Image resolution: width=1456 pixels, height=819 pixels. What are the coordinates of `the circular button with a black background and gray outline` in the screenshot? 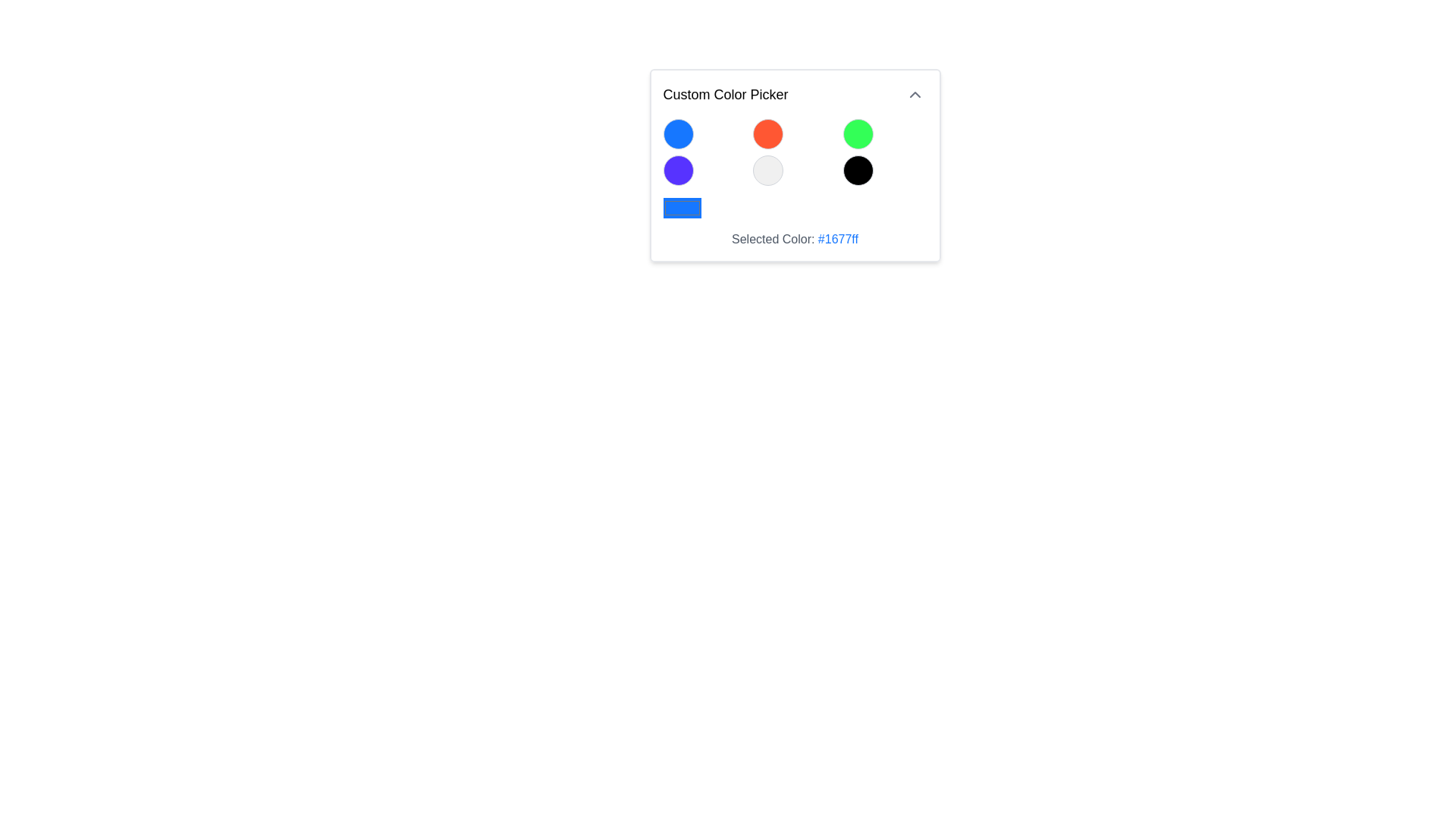 It's located at (858, 170).